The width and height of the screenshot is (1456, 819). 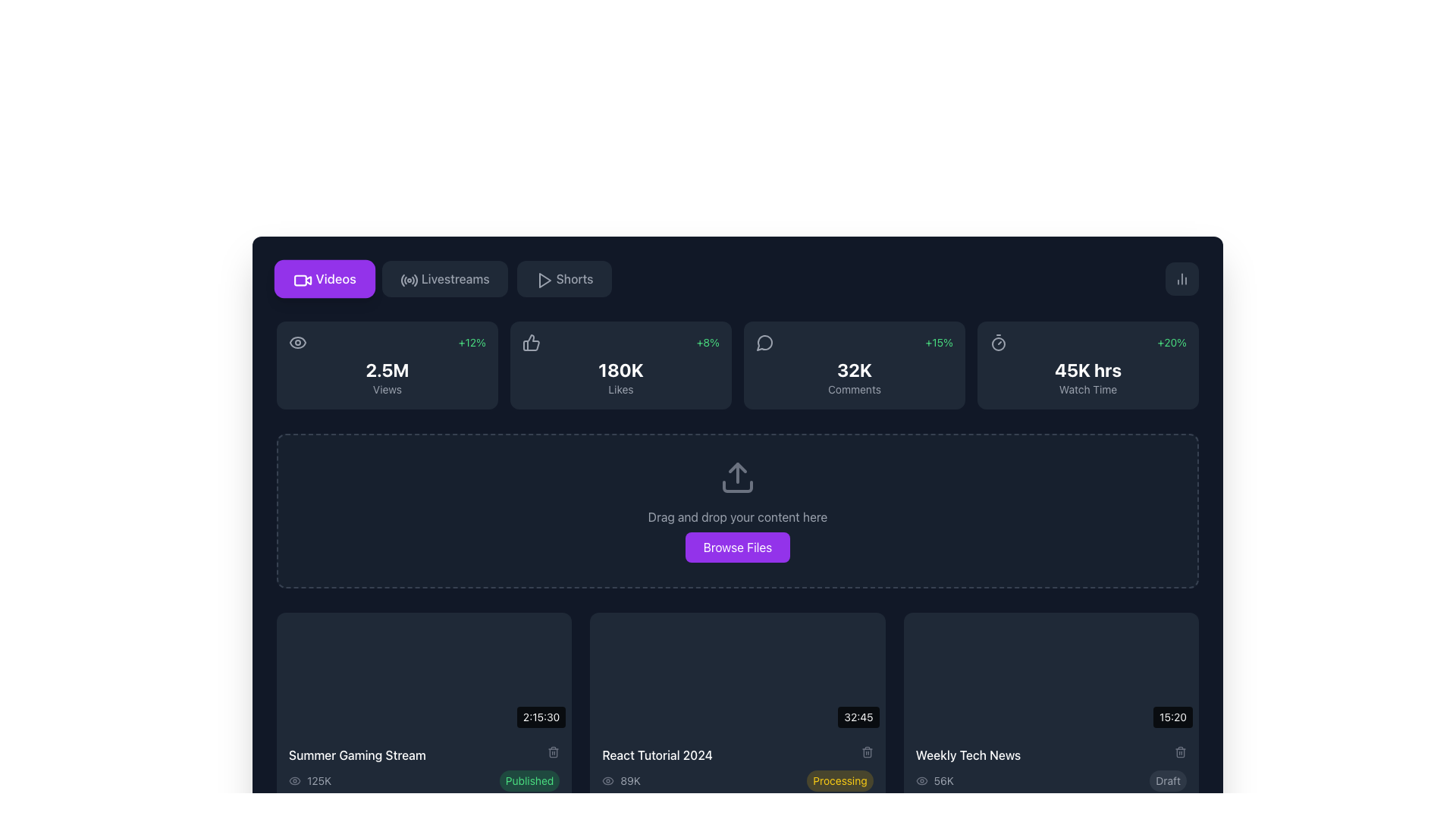 I want to click on the 'Comments' icon located adjacent to the '32K Comments' text in the dashboard, which visually denotes the comments feature, so click(x=764, y=342).